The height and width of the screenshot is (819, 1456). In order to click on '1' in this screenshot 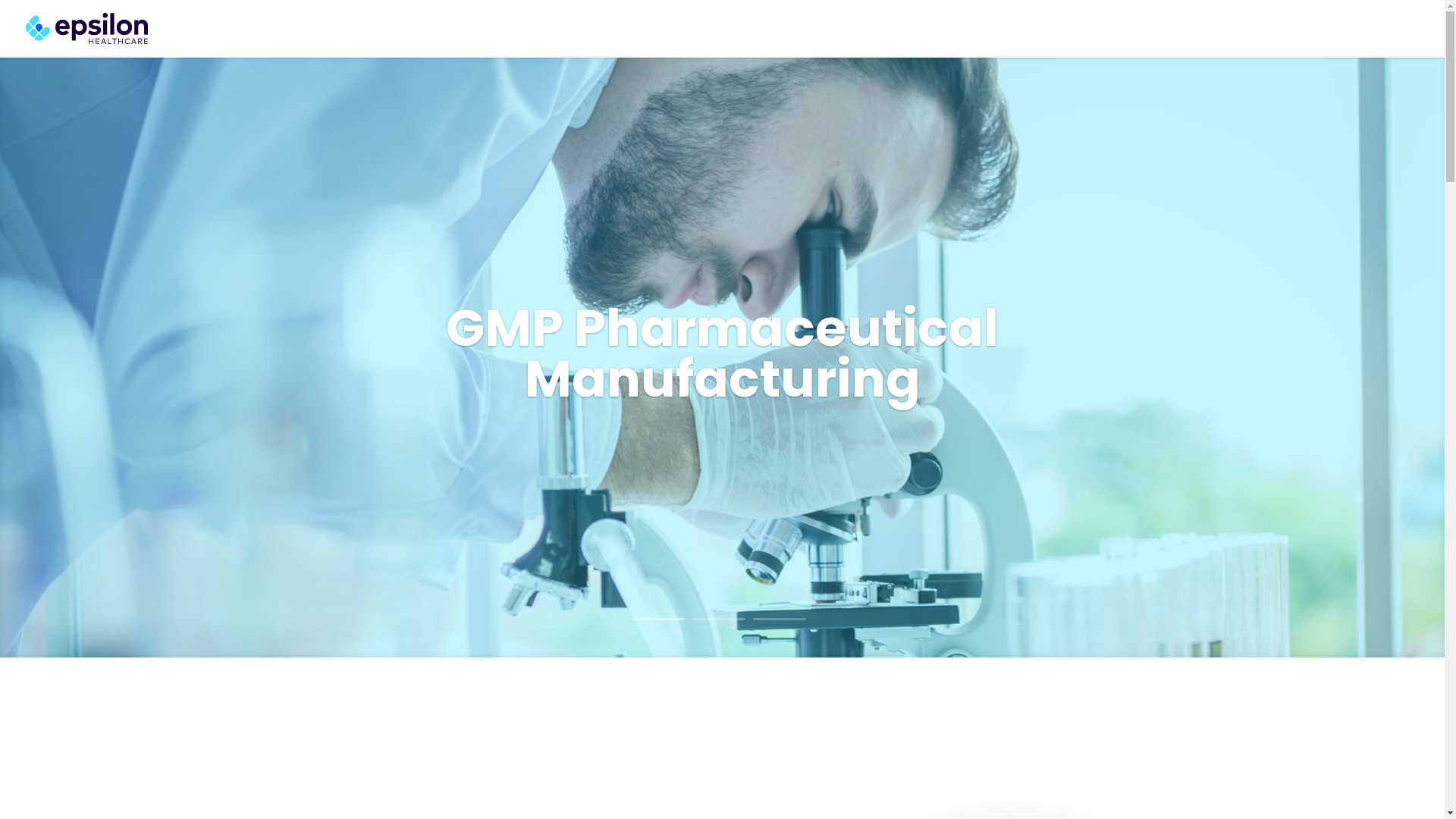, I will do `click(657, 619)`.